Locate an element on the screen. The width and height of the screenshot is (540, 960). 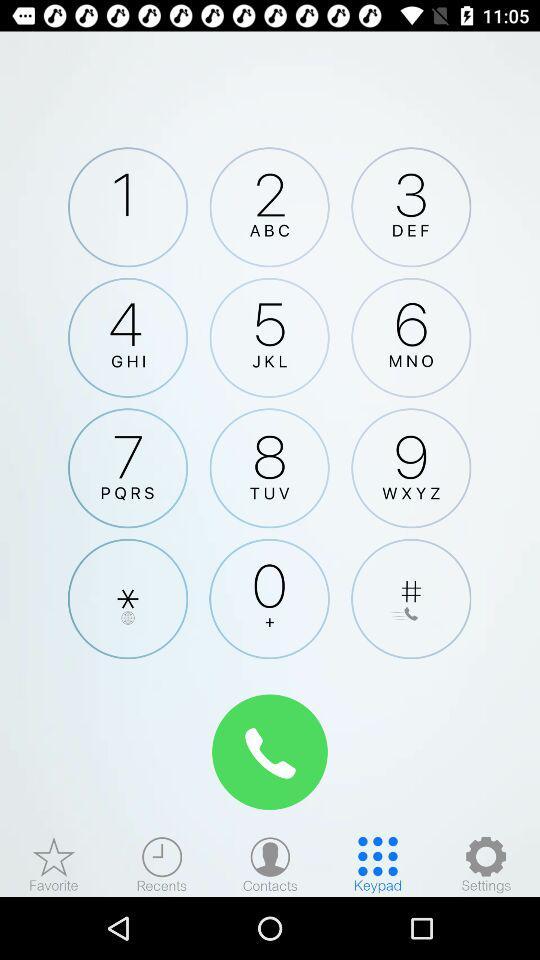
the star icon is located at coordinates (54, 863).